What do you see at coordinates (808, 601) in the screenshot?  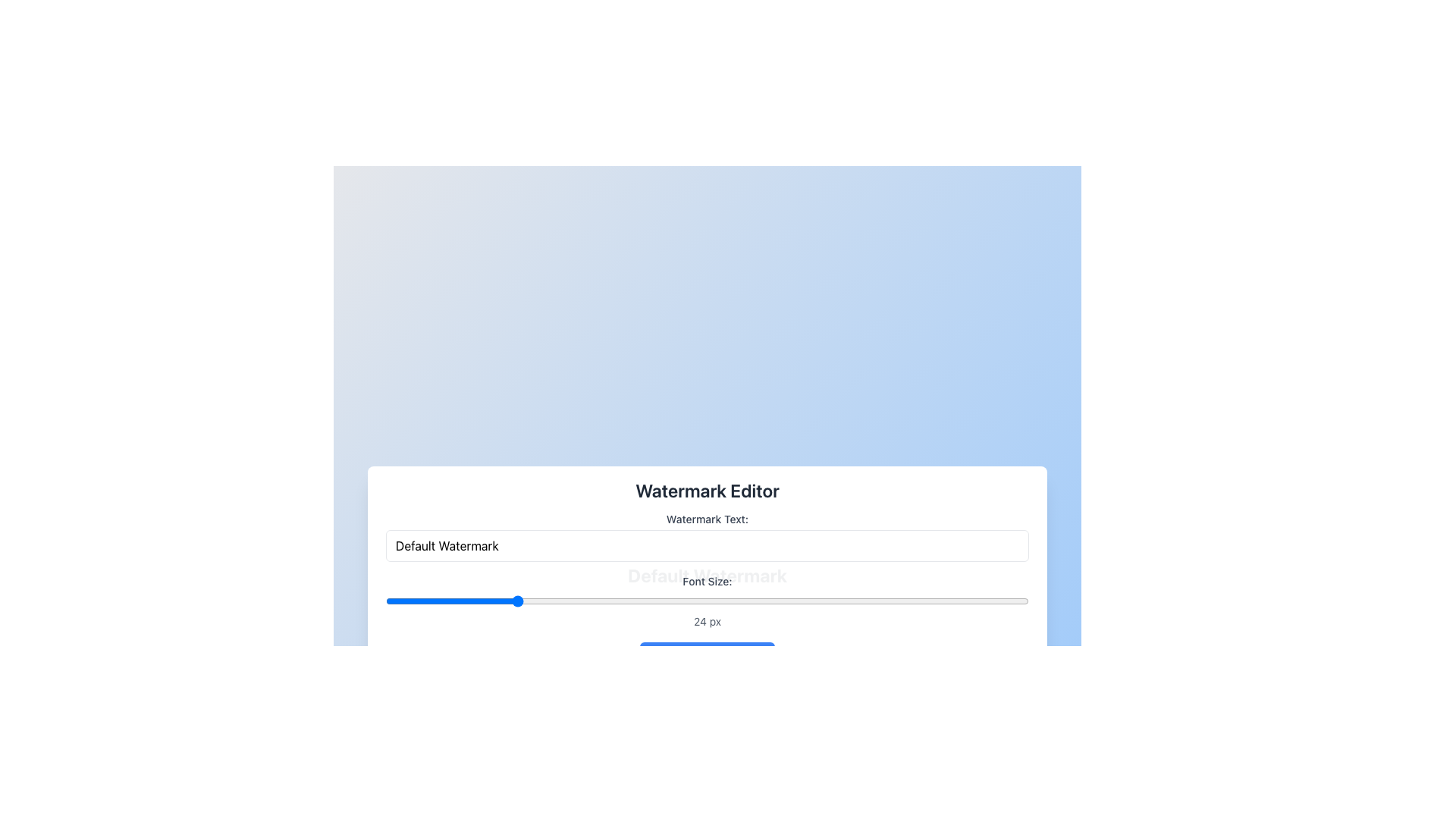 I see `font size` at bounding box center [808, 601].